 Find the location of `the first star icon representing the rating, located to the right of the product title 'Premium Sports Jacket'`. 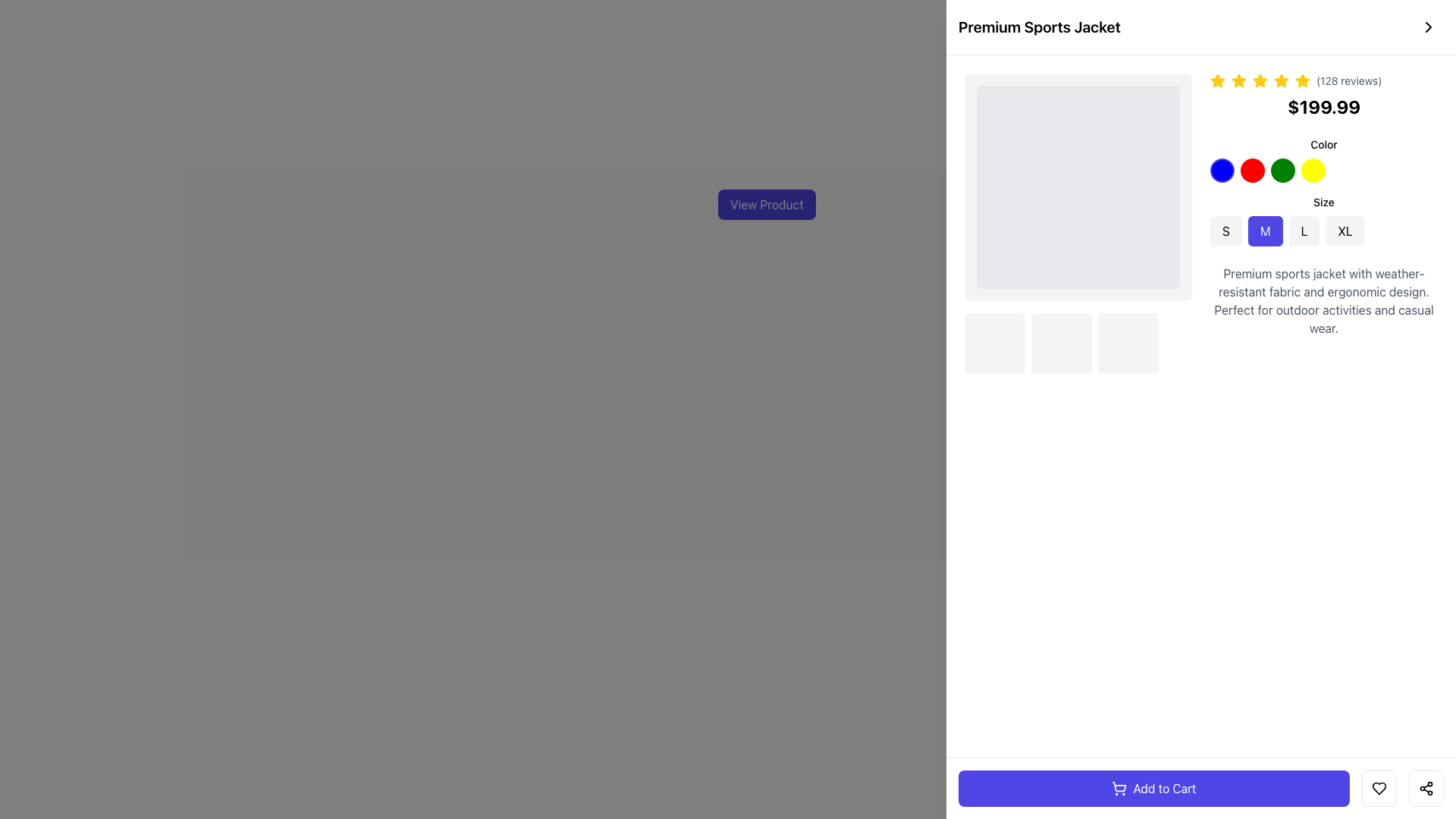

the first star icon representing the rating, located to the right of the product title 'Premium Sports Jacket' is located at coordinates (1218, 81).